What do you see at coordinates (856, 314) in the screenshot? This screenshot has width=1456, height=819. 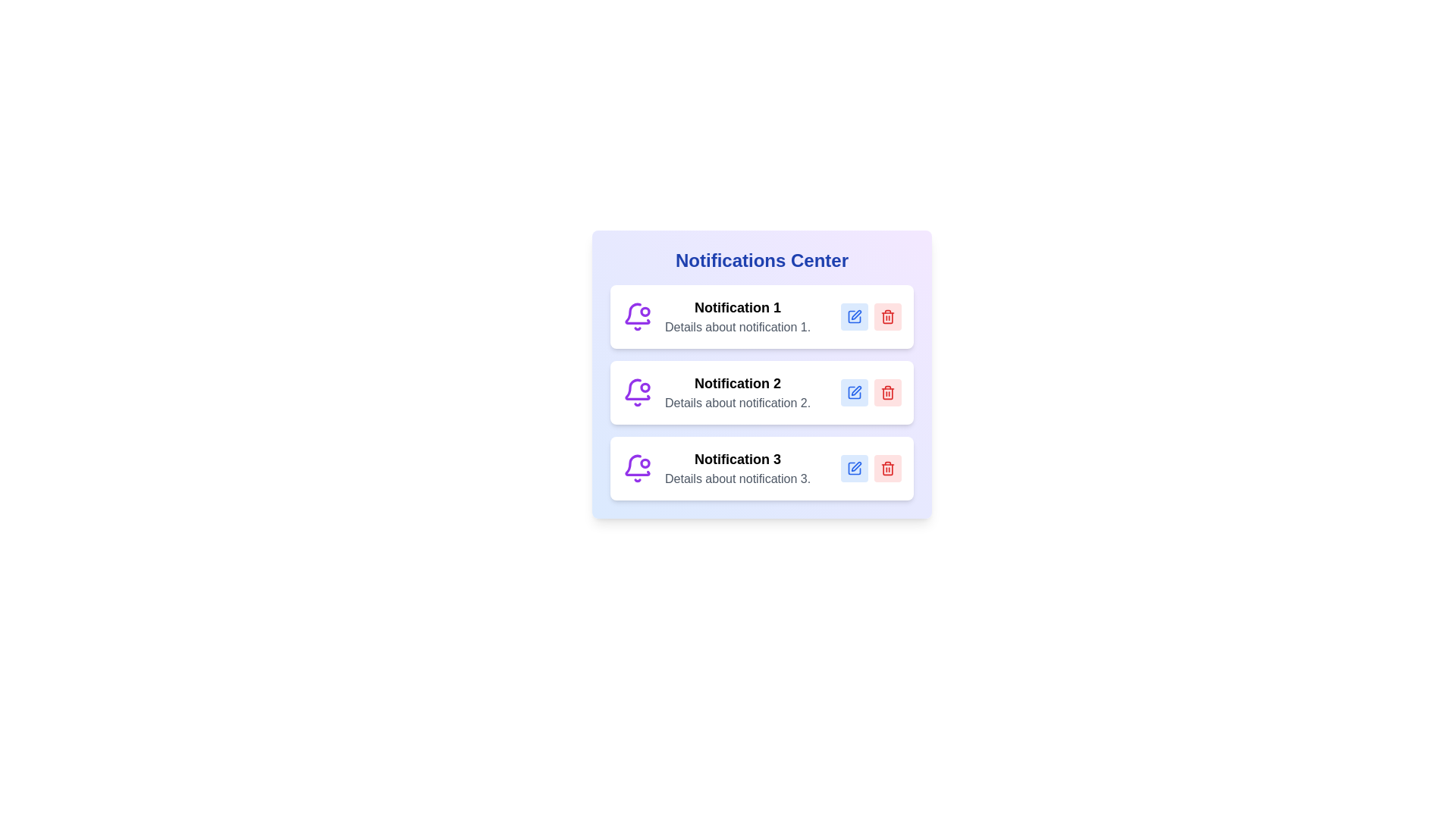 I see `the edit icon located to the right of the first notification in the Notifications Center for keyboard interaction` at bounding box center [856, 314].